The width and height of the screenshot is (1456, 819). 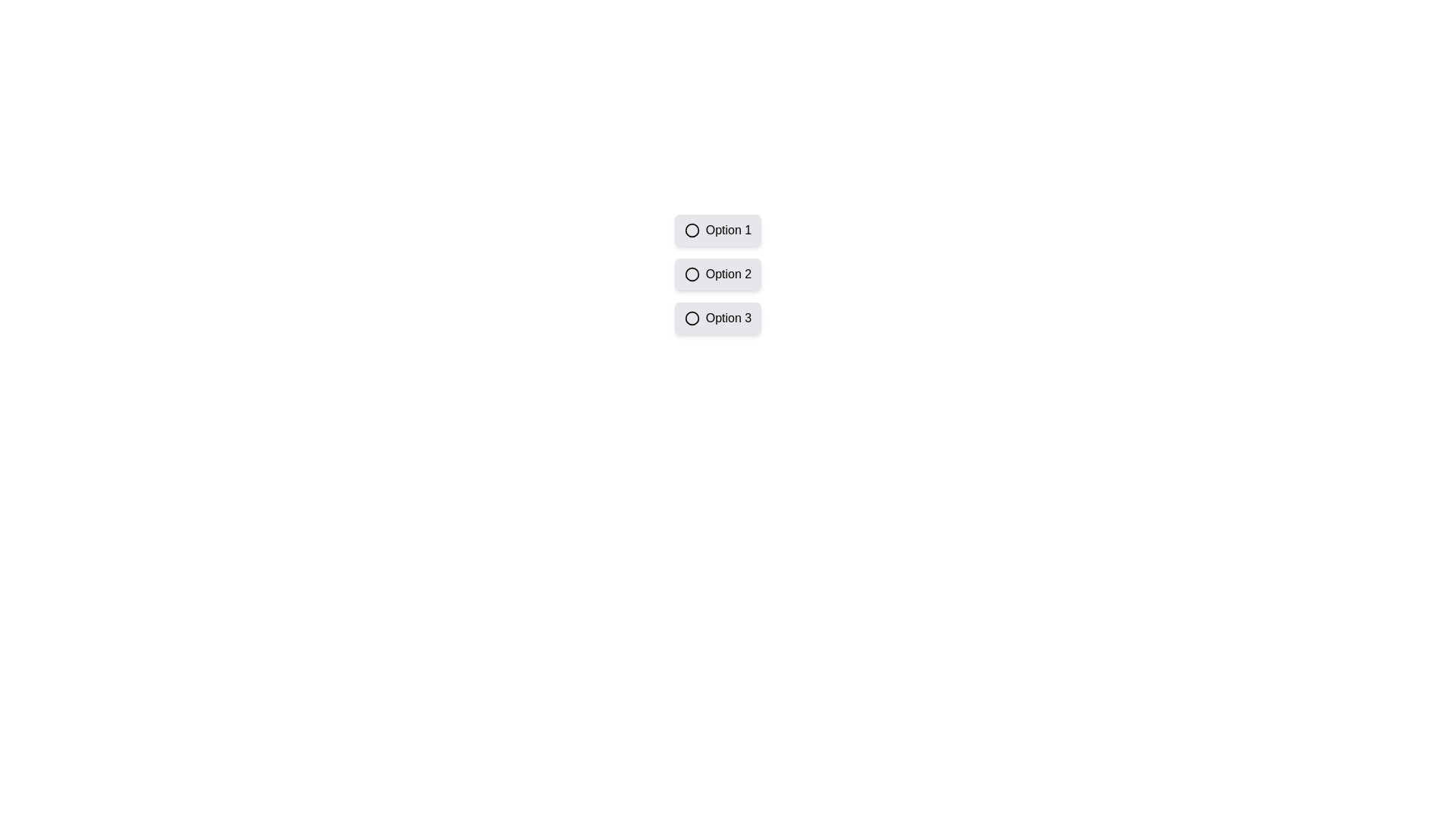 I want to click on the second radio button in the vertical stack of three options, so click(x=691, y=275).